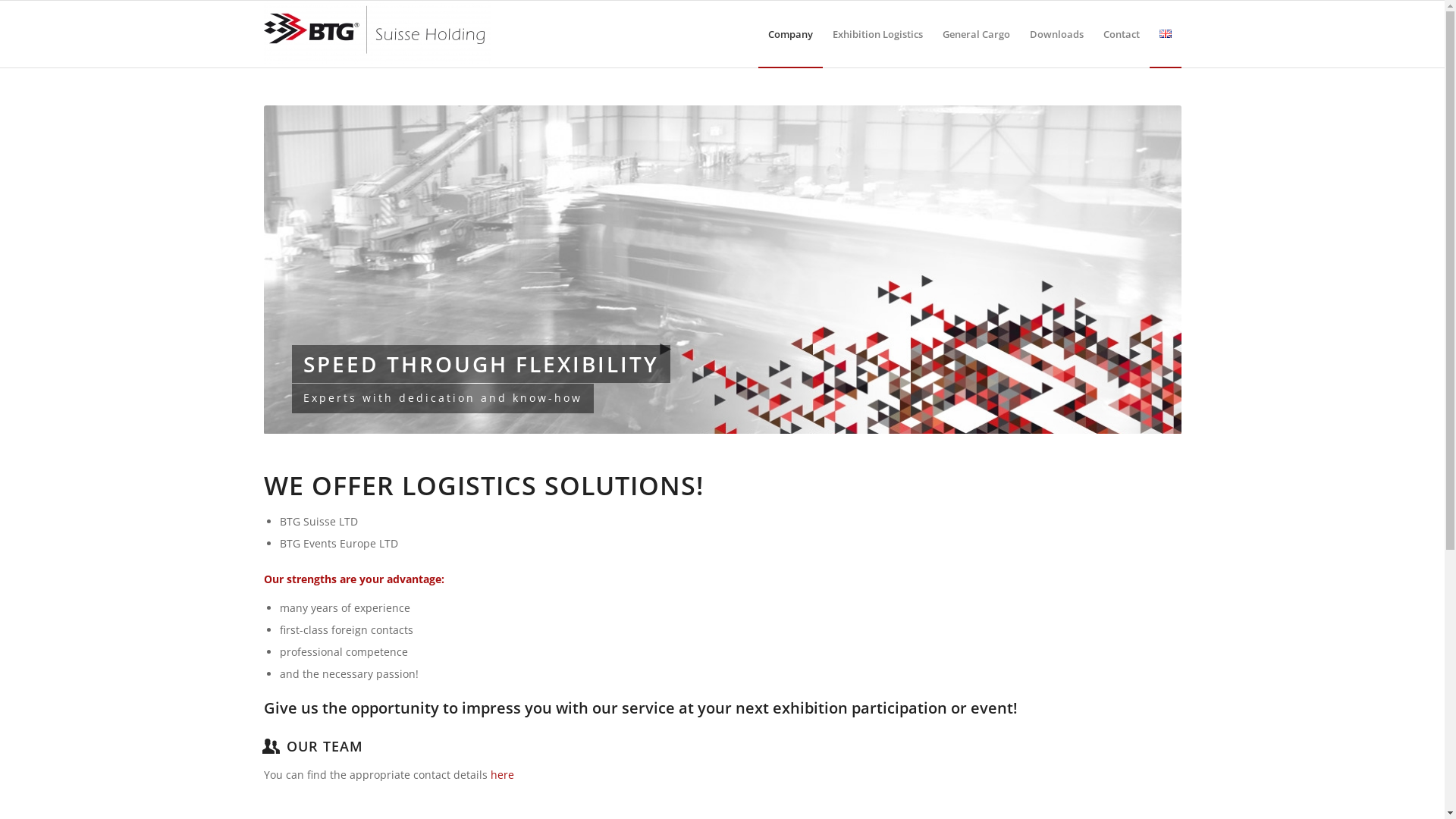 Image resolution: width=1456 pixels, height=819 pixels. What do you see at coordinates (931, 34) in the screenshot?
I see `'General Cargo'` at bounding box center [931, 34].